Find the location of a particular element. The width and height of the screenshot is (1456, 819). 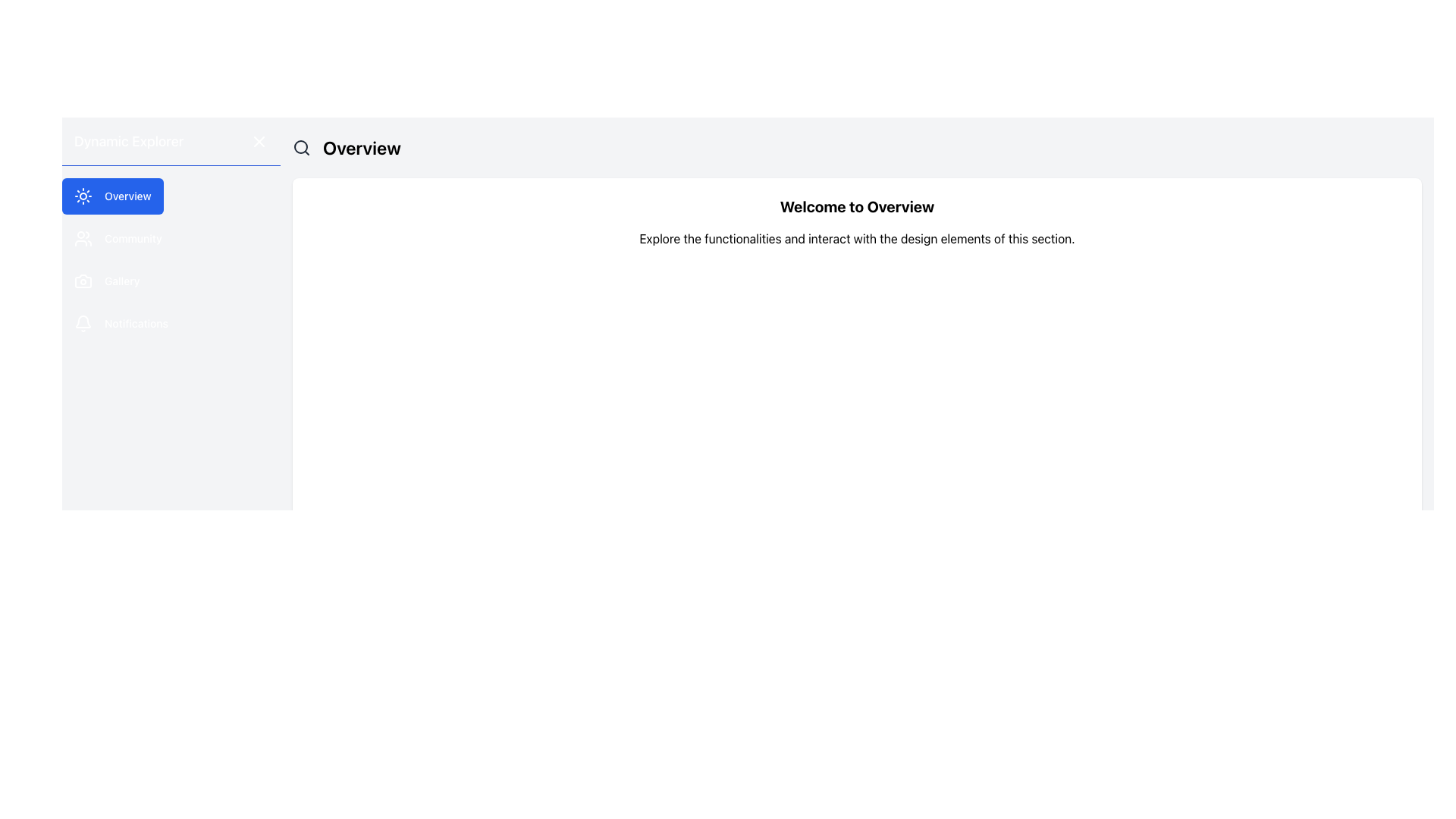

text label displaying 'Overview' which is positioned on a blue background next to a sun icon in the vertical navigation bar is located at coordinates (127, 195).